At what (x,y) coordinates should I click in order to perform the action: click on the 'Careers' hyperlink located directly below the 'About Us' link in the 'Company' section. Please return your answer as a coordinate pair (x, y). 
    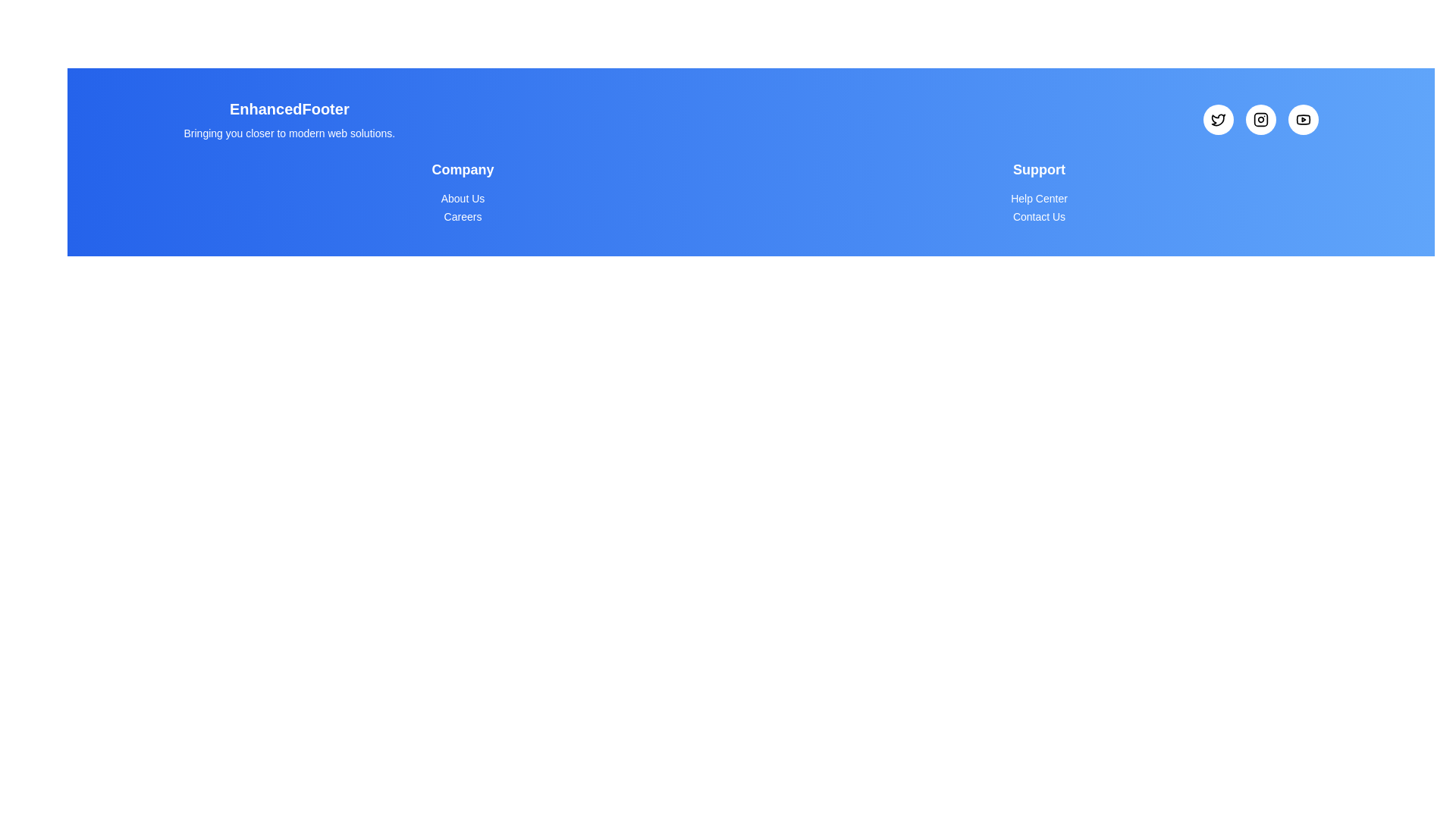
    Looking at the image, I should click on (462, 216).